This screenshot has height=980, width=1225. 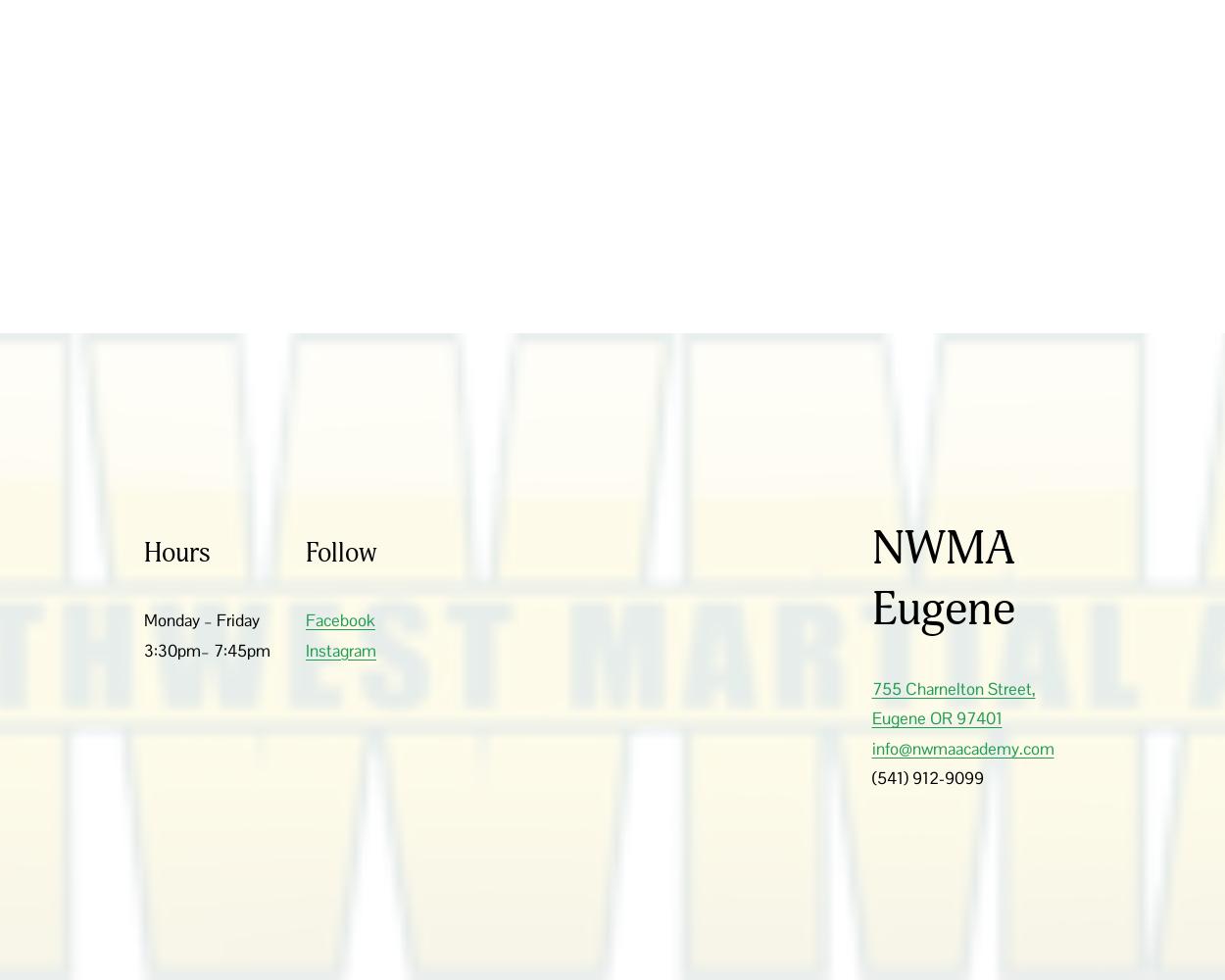 What do you see at coordinates (340, 650) in the screenshot?
I see `'Instagram'` at bounding box center [340, 650].